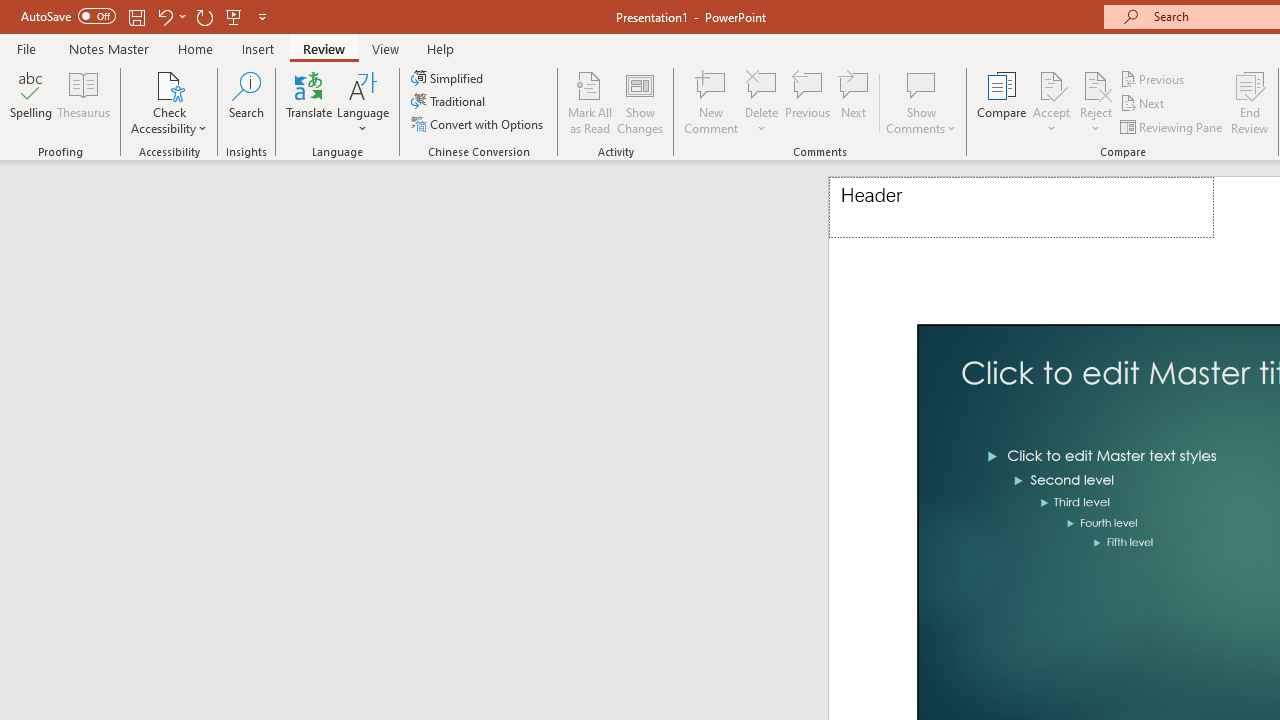 The image size is (1280, 720). I want to click on 'Reject', so click(1095, 103).